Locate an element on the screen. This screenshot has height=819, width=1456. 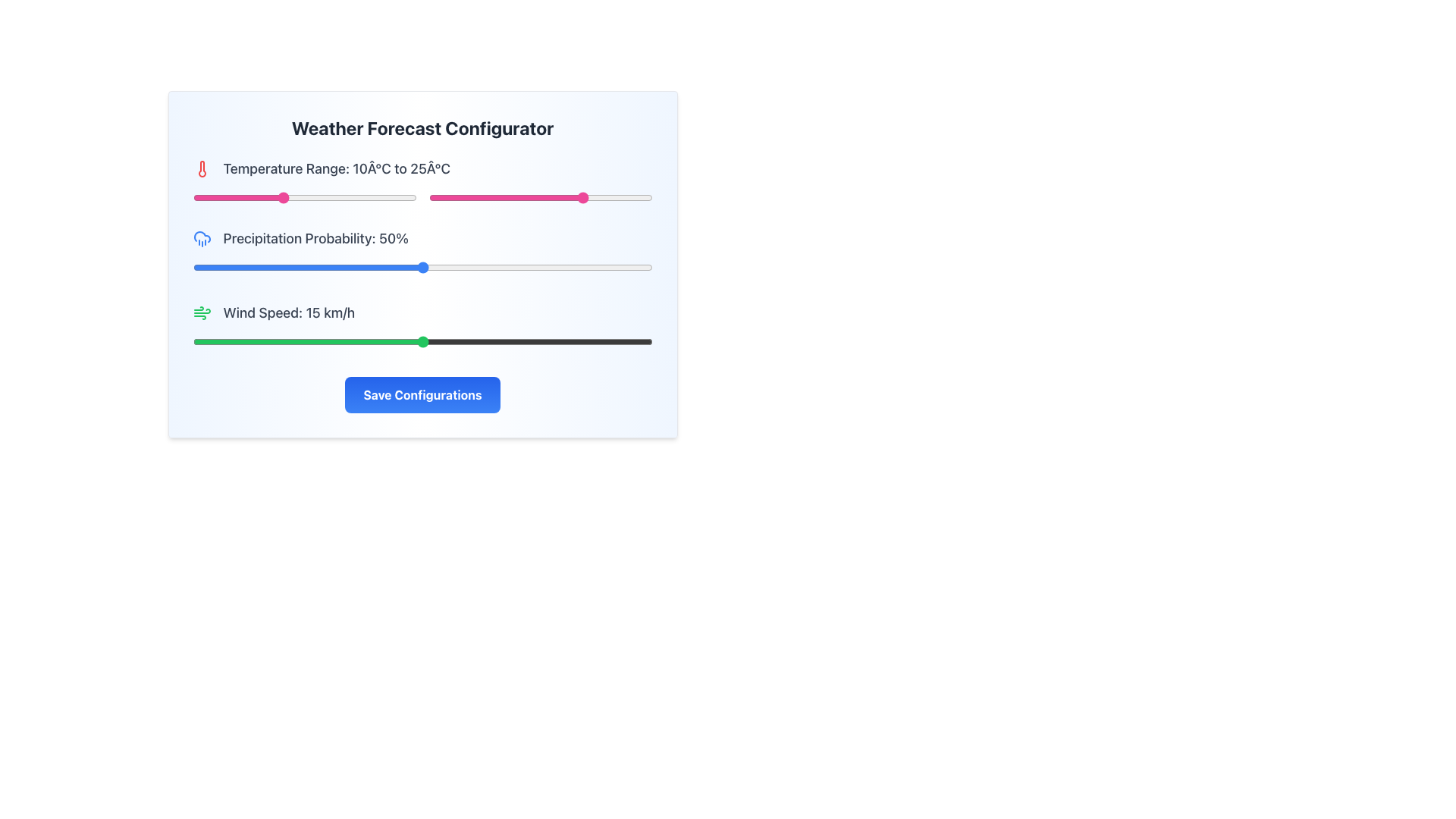
the precipitation probability is located at coordinates (385, 267).